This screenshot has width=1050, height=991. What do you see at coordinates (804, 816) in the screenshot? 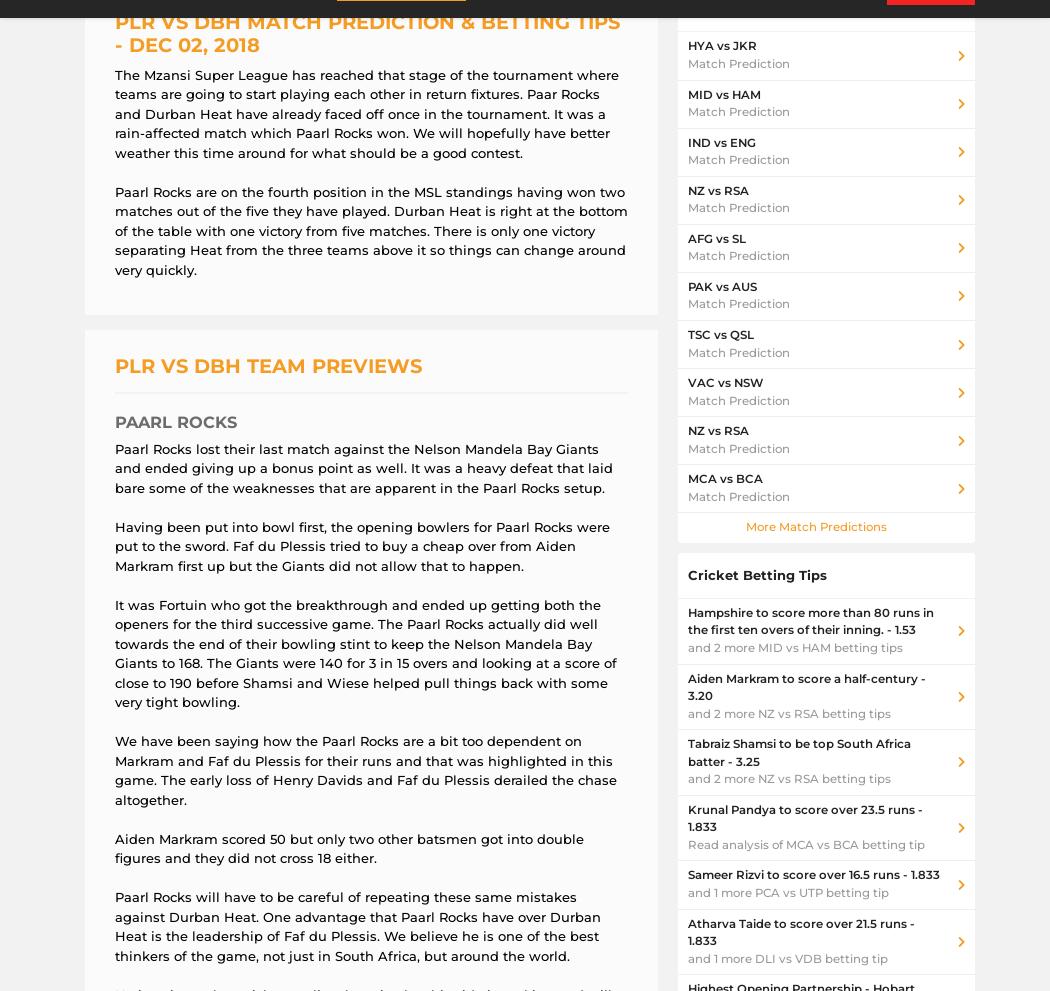
I see `'Krunal Pandya to score over 23.5 runs - 1.833'` at bounding box center [804, 816].